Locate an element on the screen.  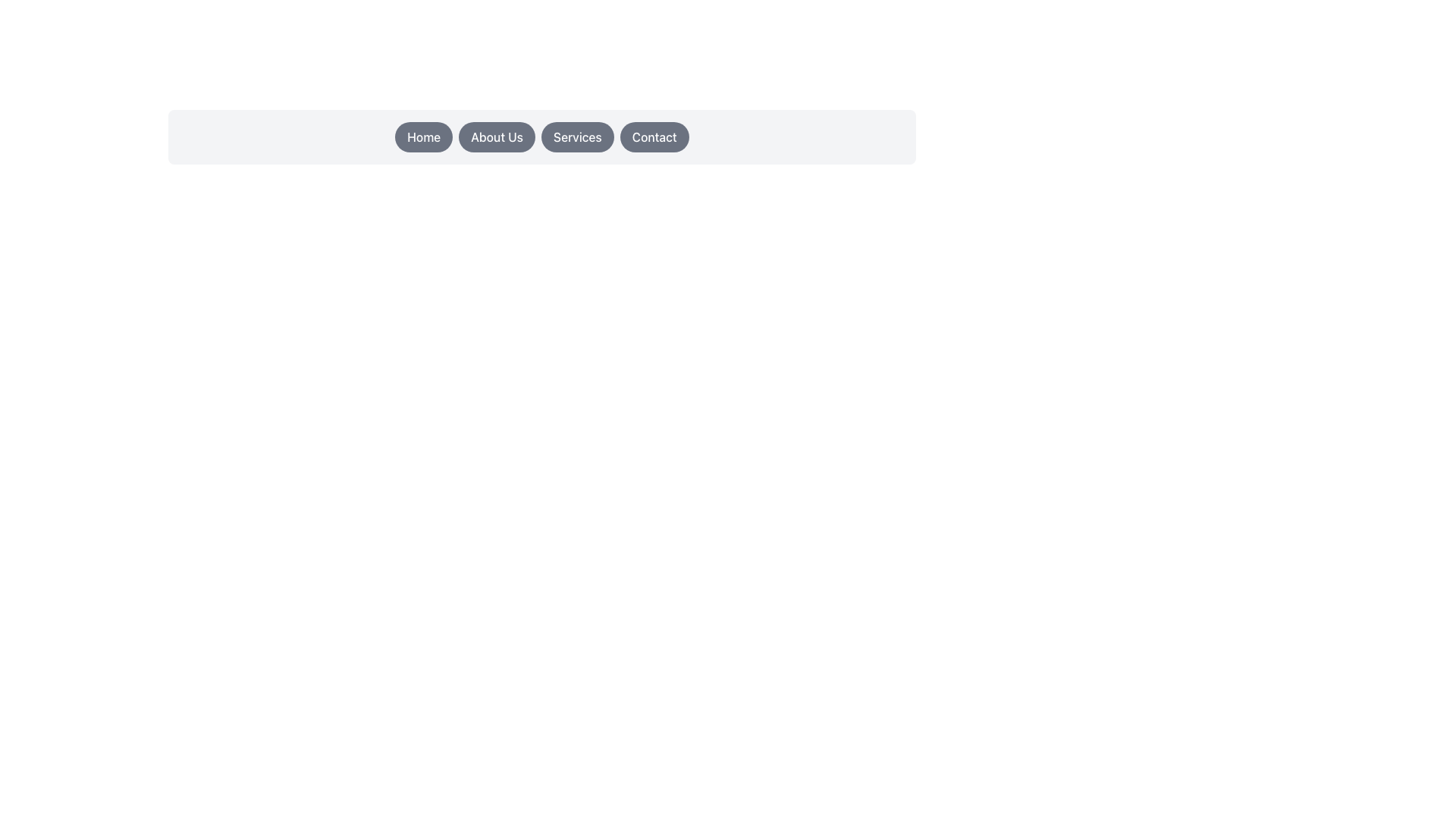
the 'About Us' button, which is a rounded button with a gray background and white text, positioned in the horizontal navigation menu between the 'Home' and 'Services' buttons is located at coordinates (497, 137).